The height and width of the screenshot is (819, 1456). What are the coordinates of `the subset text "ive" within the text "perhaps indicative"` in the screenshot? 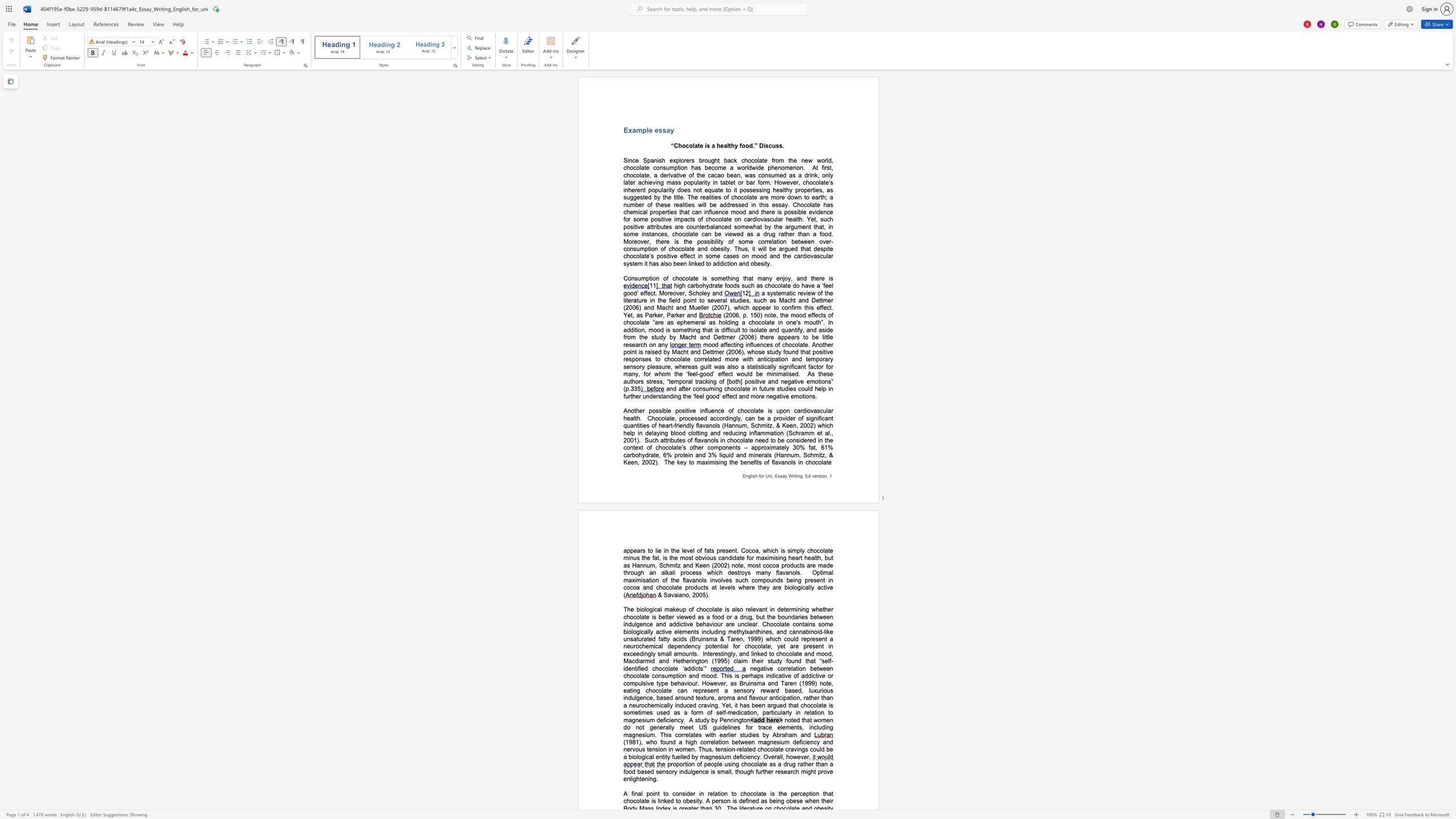 It's located at (783, 675).